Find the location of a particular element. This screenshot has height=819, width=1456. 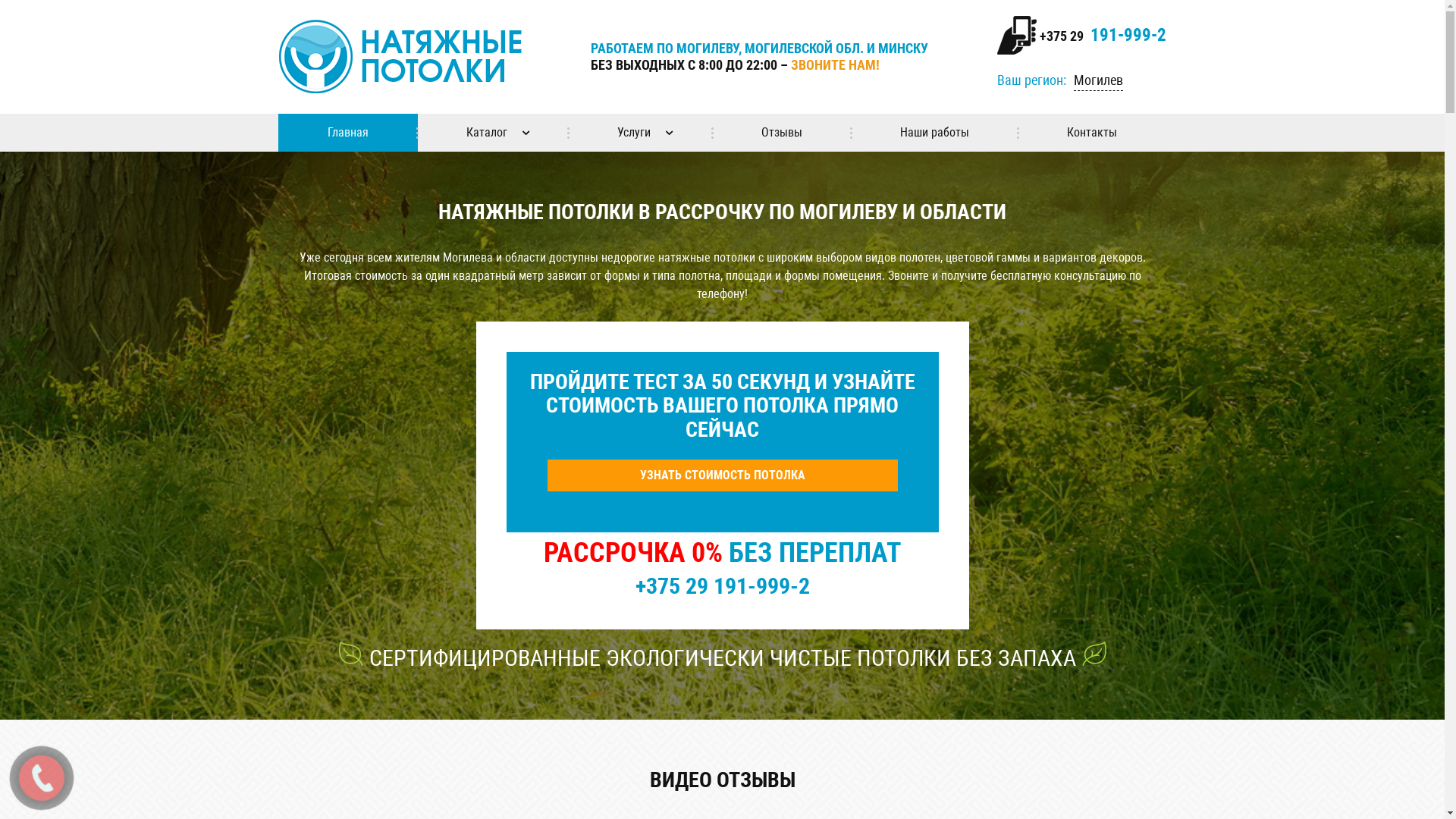

'+375 29 191-999-2' is located at coordinates (722, 585).